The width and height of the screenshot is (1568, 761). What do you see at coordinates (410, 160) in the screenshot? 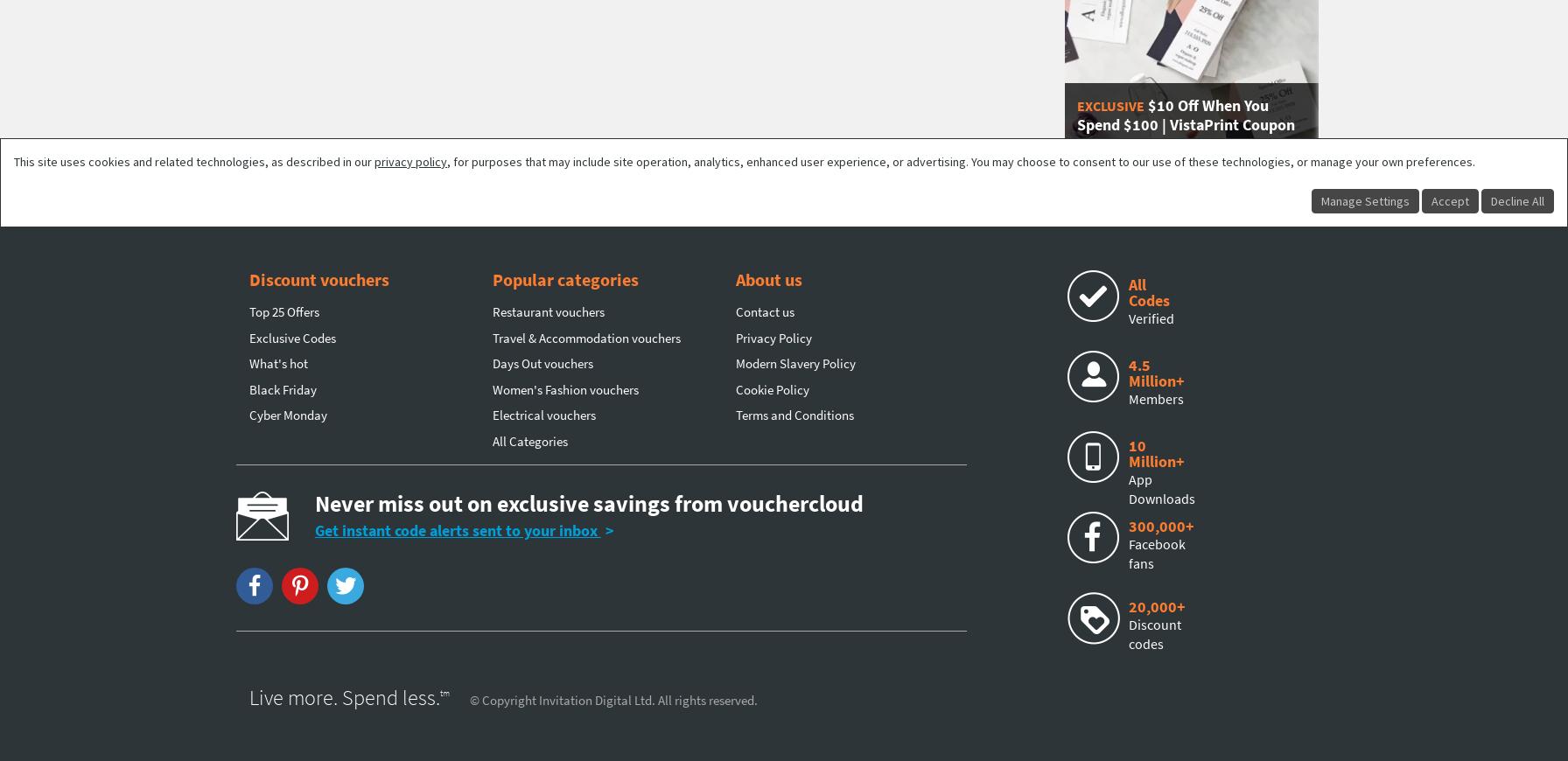
I see `'privacy policy'` at bounding box center [410, 160].